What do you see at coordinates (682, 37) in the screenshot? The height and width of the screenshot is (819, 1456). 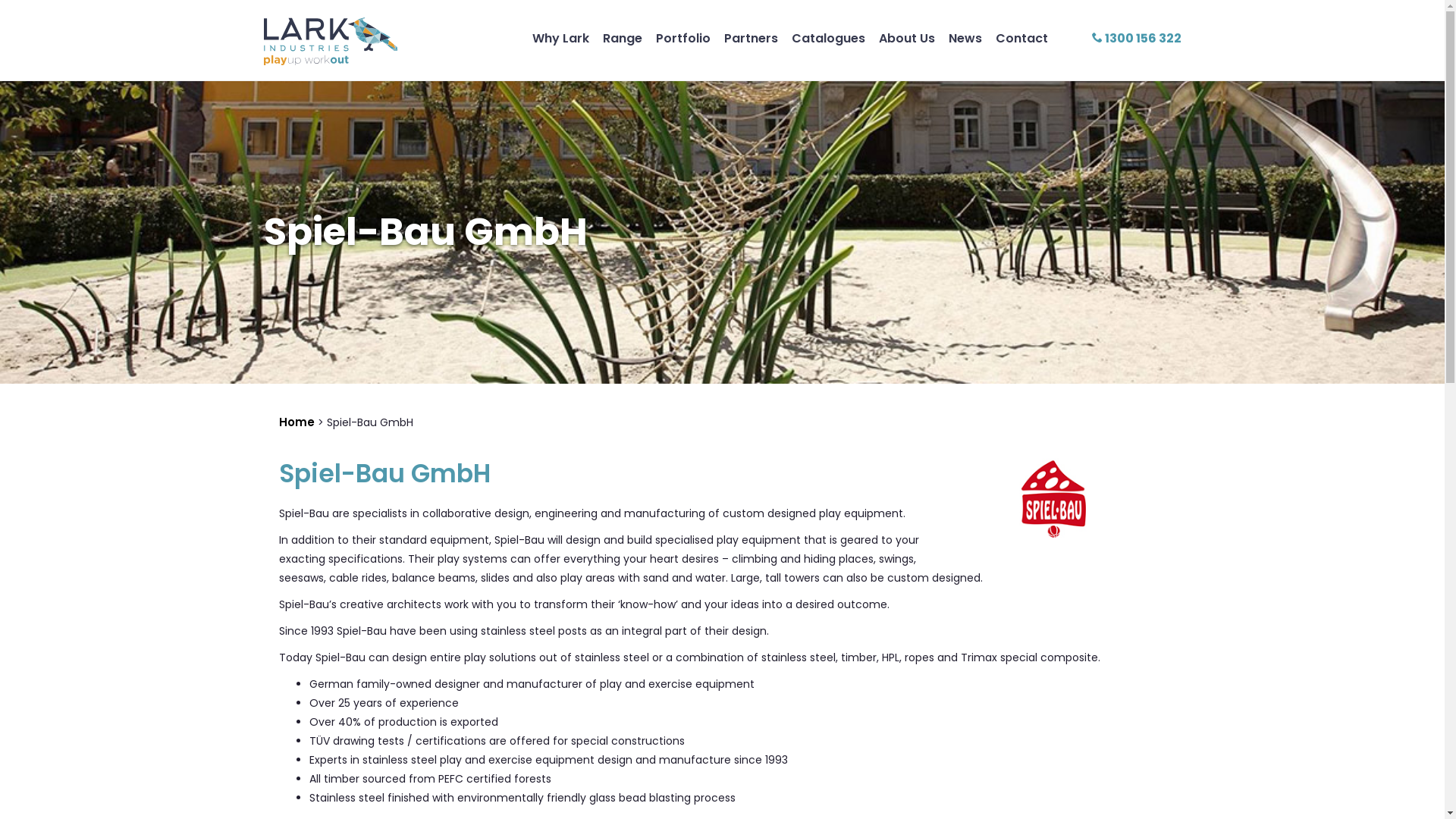 I see `'Portfolio'` at bounding box center [682, 37].